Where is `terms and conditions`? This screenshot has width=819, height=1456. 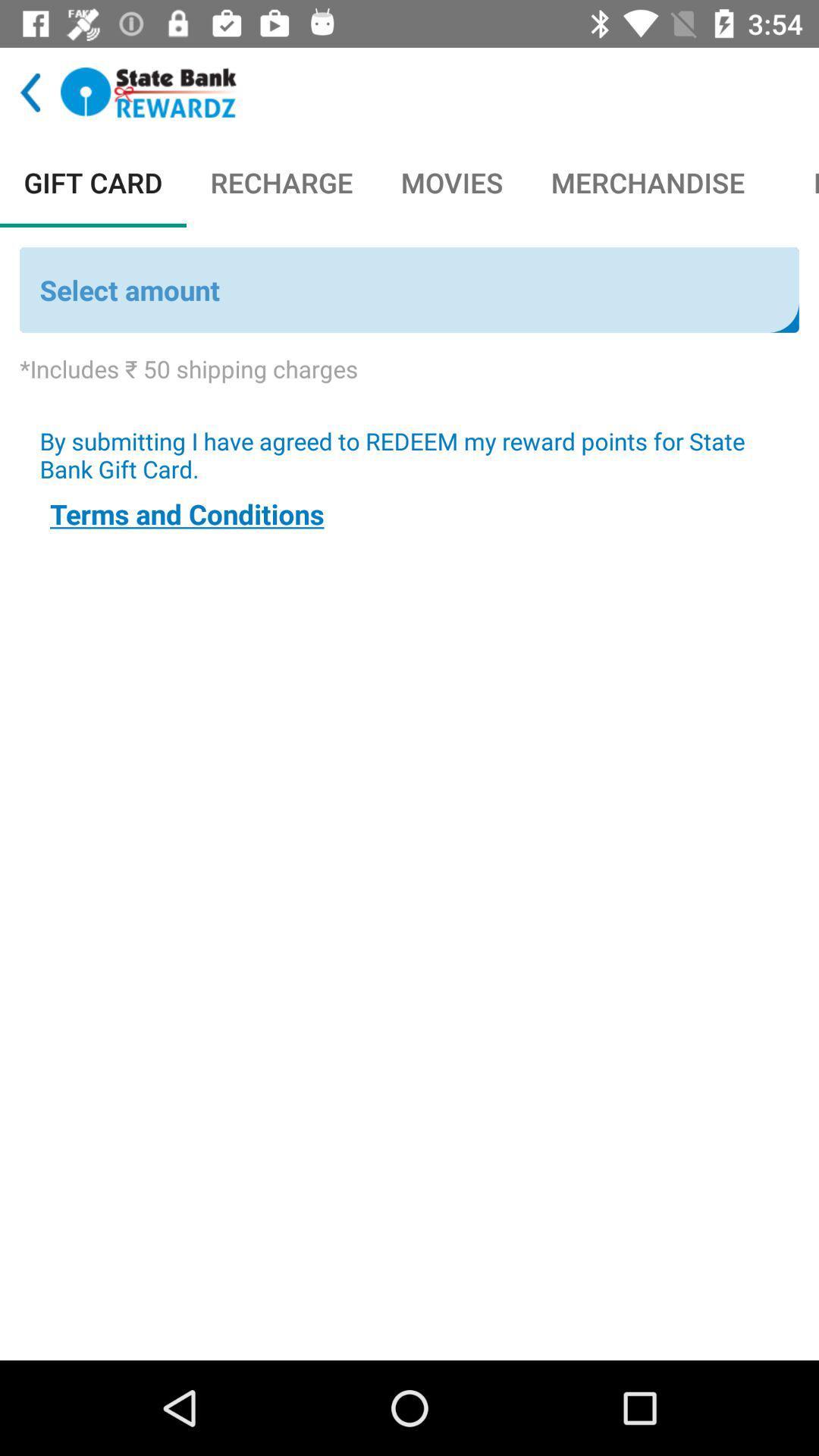 terms and conditions is located at coordinates (186, 513).